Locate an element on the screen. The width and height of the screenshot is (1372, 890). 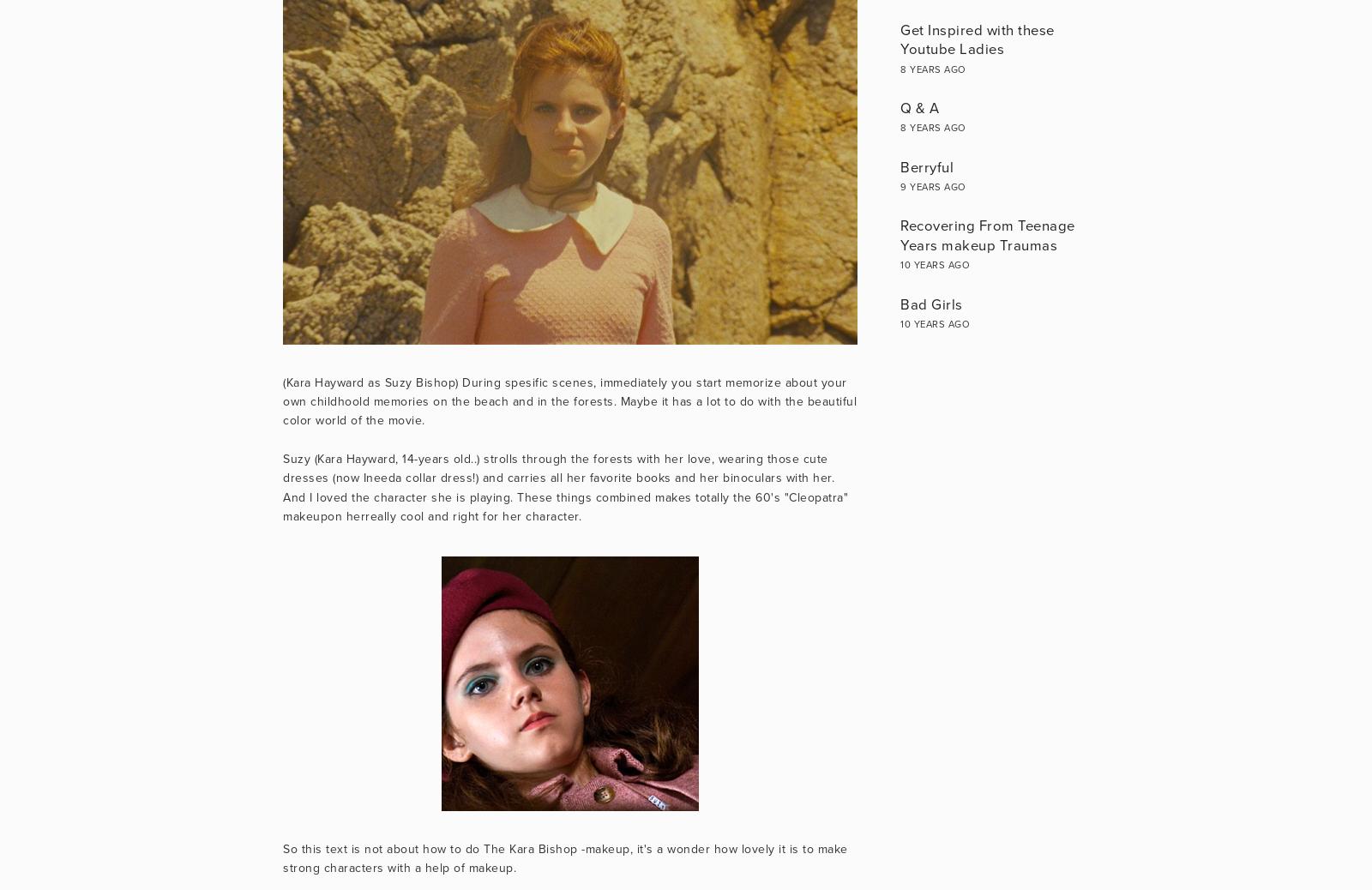
'Bad Girls' is located at coordinates (930, 304).